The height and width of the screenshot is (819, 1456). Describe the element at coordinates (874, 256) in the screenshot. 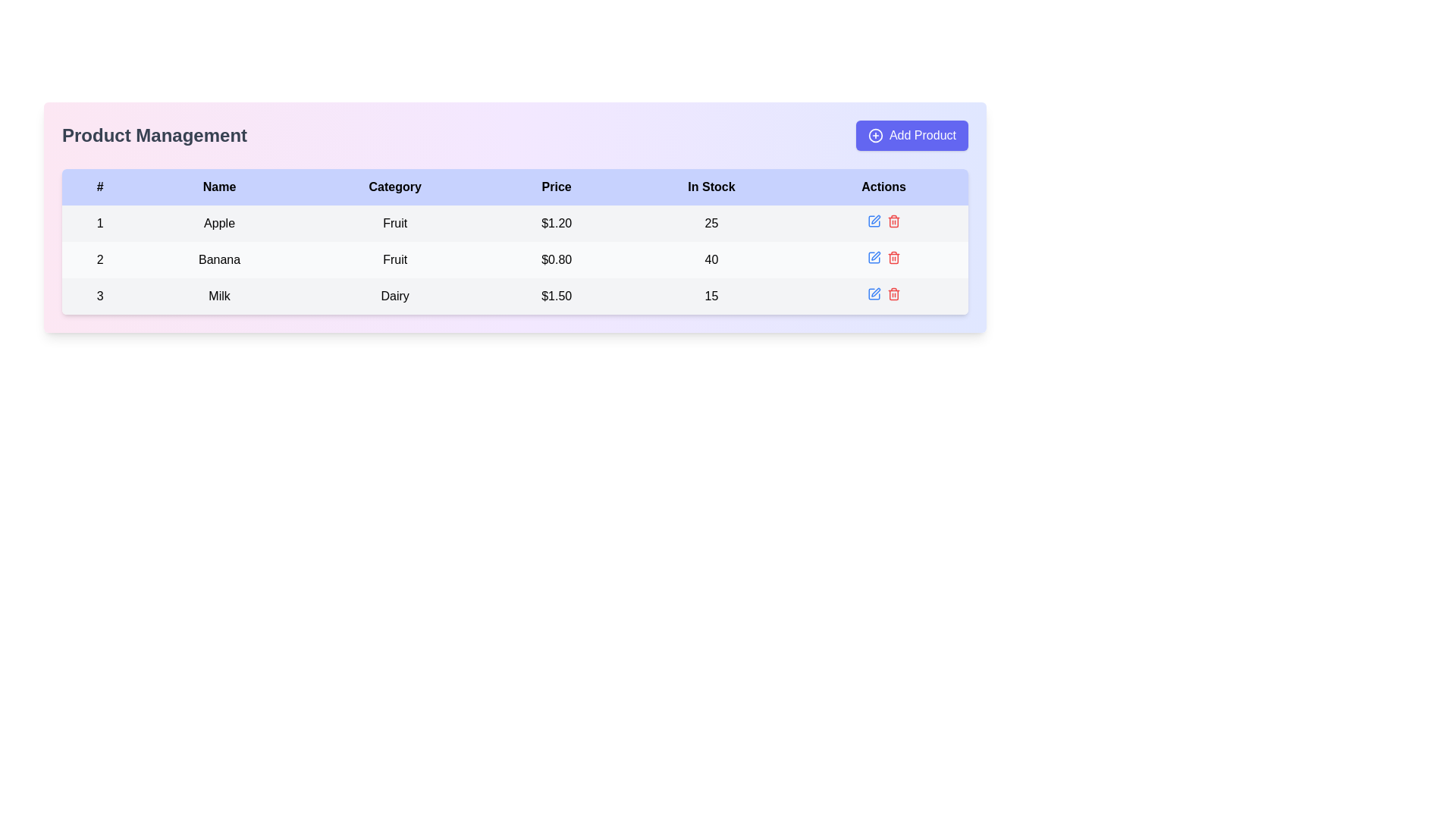

I see `the Action Icon located in the action column of the second row of the tabular structure to initiate edit` at that location.